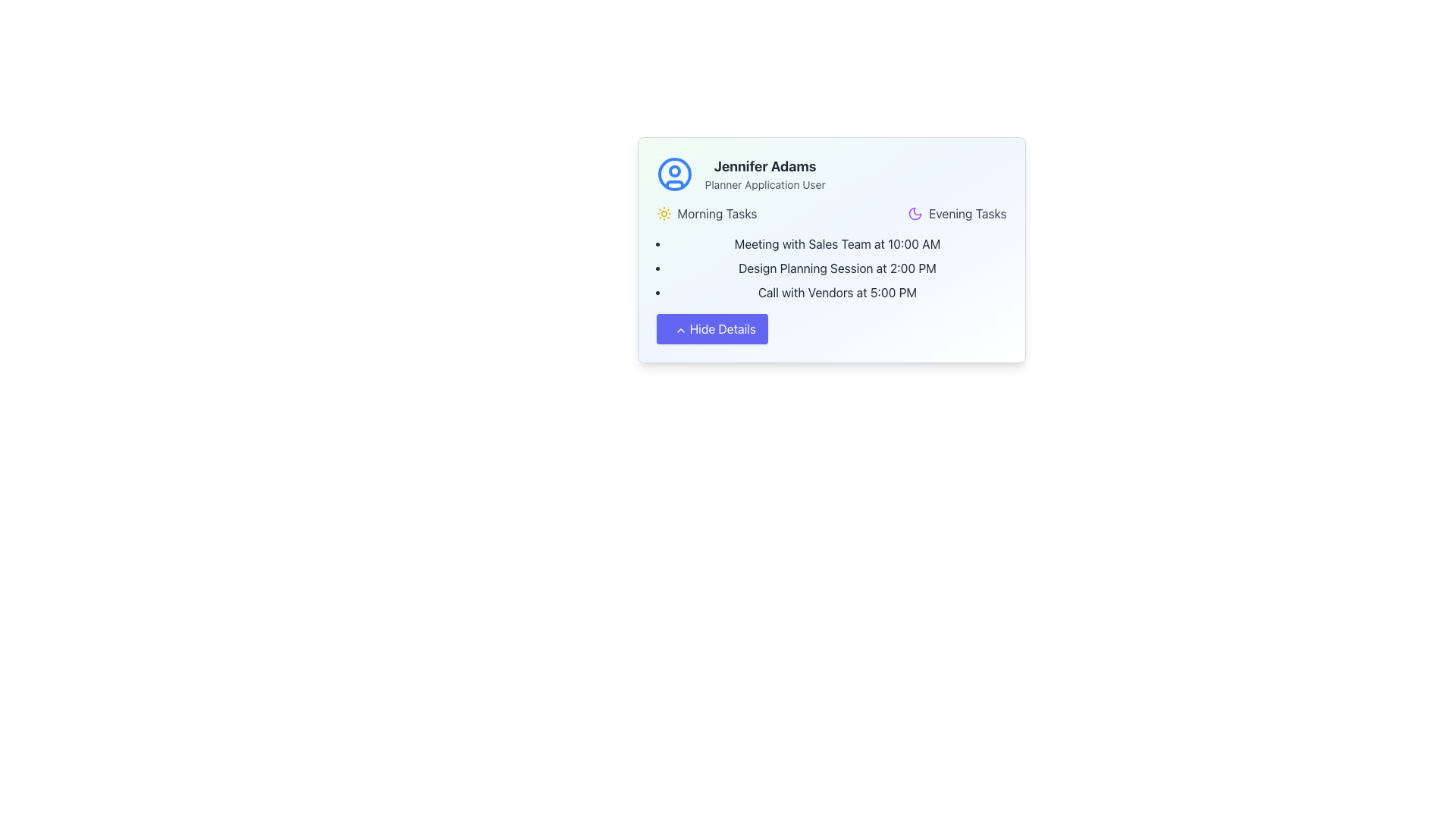  What do you see at coordinates (664, 213) in the screenshot?
I see `the decorative icon associated with the 'Morning Tasks' section, located to the immediate left of the text 'Morning Tasks'` at bounding box center [664, 213].